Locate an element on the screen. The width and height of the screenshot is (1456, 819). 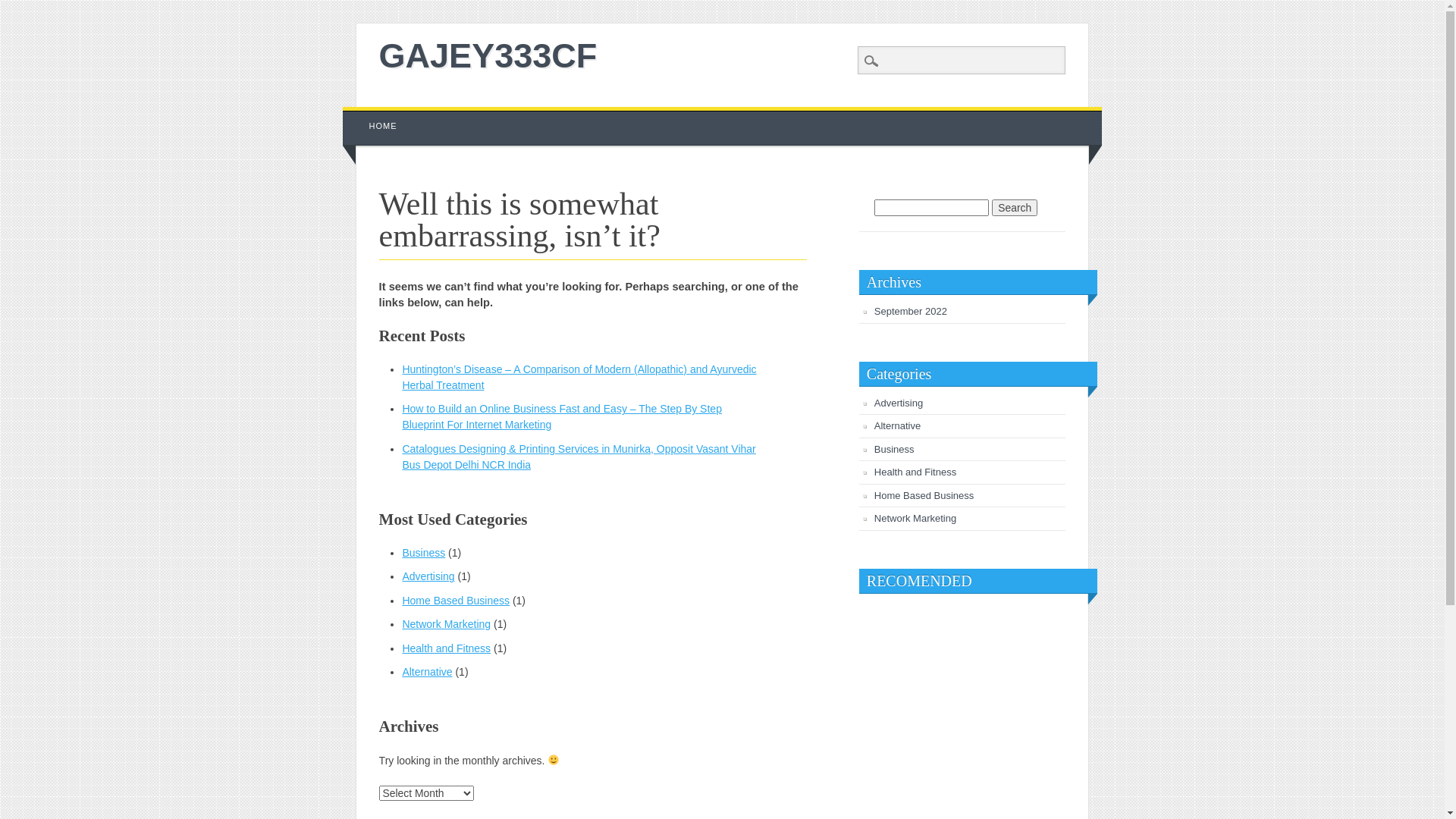
'Health and Fitness' is located at coordinates (914, 471).